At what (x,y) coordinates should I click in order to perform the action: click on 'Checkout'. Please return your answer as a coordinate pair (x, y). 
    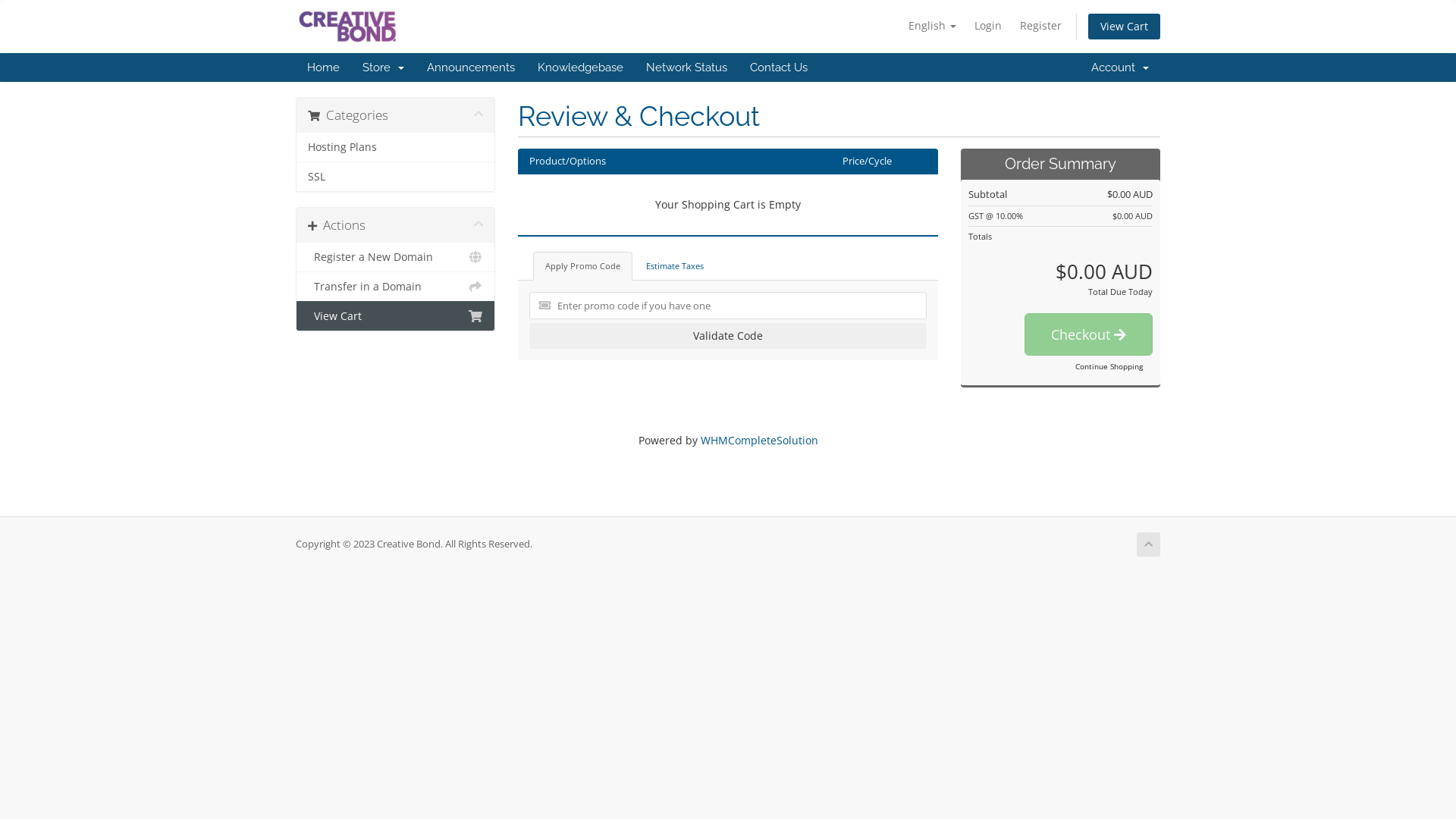
    Looking at the image, I should click on (1024, 333).